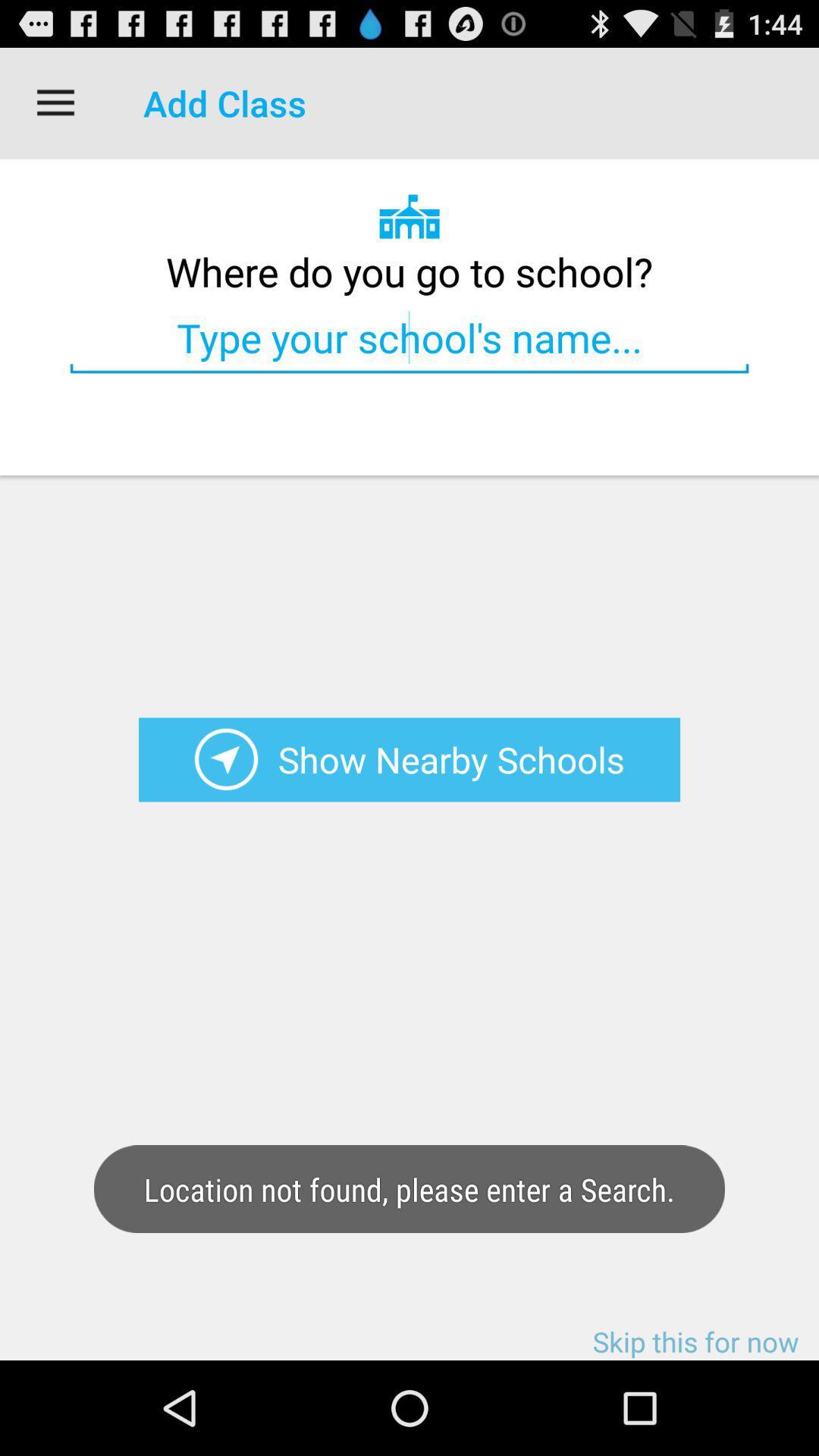 The height and width of the screenshot is (1456, 819). What do you see at coordinates (226, 760) in the screenshot?
I see `use my location` at bounding box center [226, 760].